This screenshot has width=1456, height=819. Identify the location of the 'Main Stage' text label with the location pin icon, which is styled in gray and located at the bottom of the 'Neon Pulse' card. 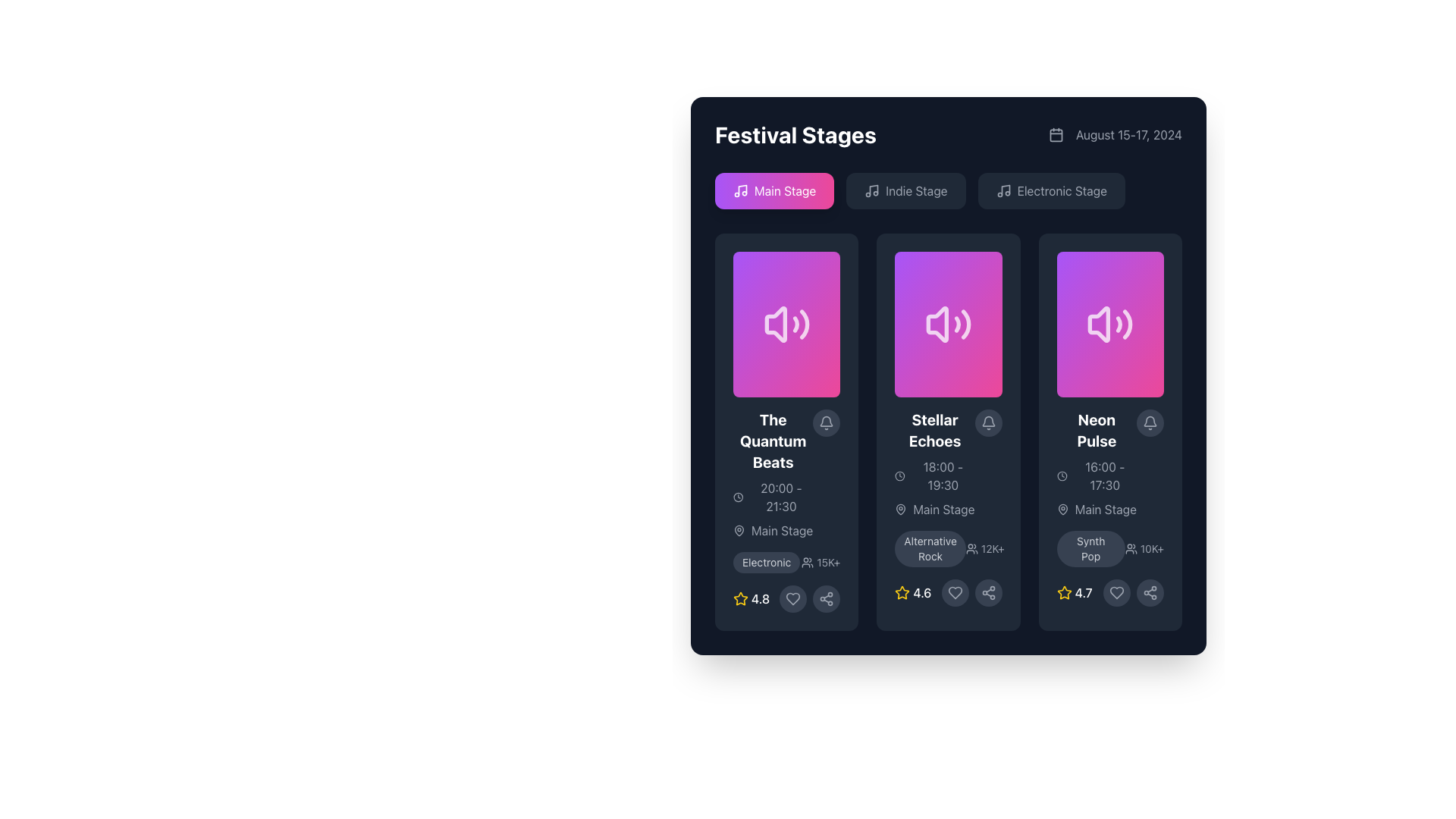
(1097, 509).